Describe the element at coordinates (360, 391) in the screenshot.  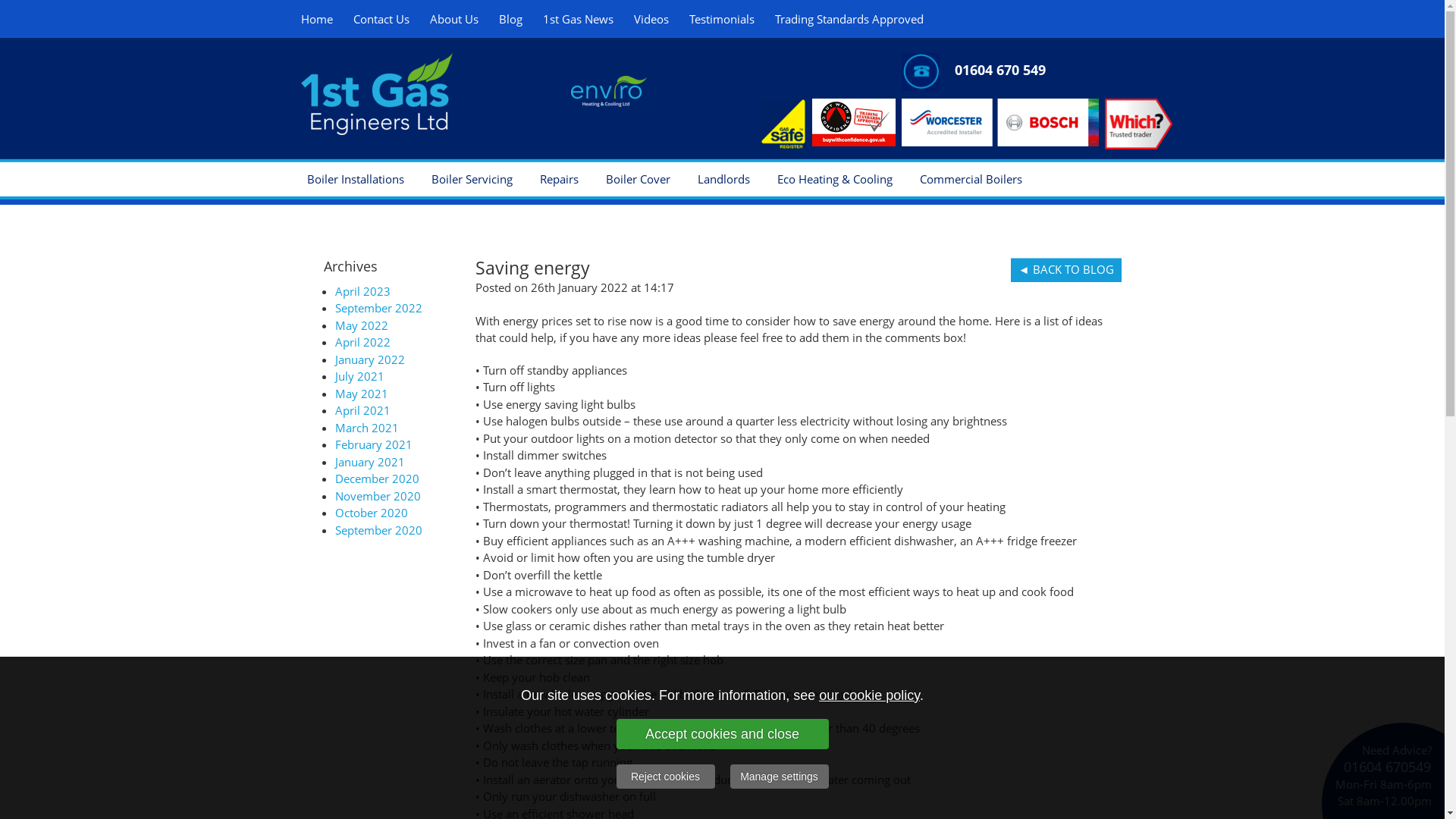
I see `'May 2021'` at that location.